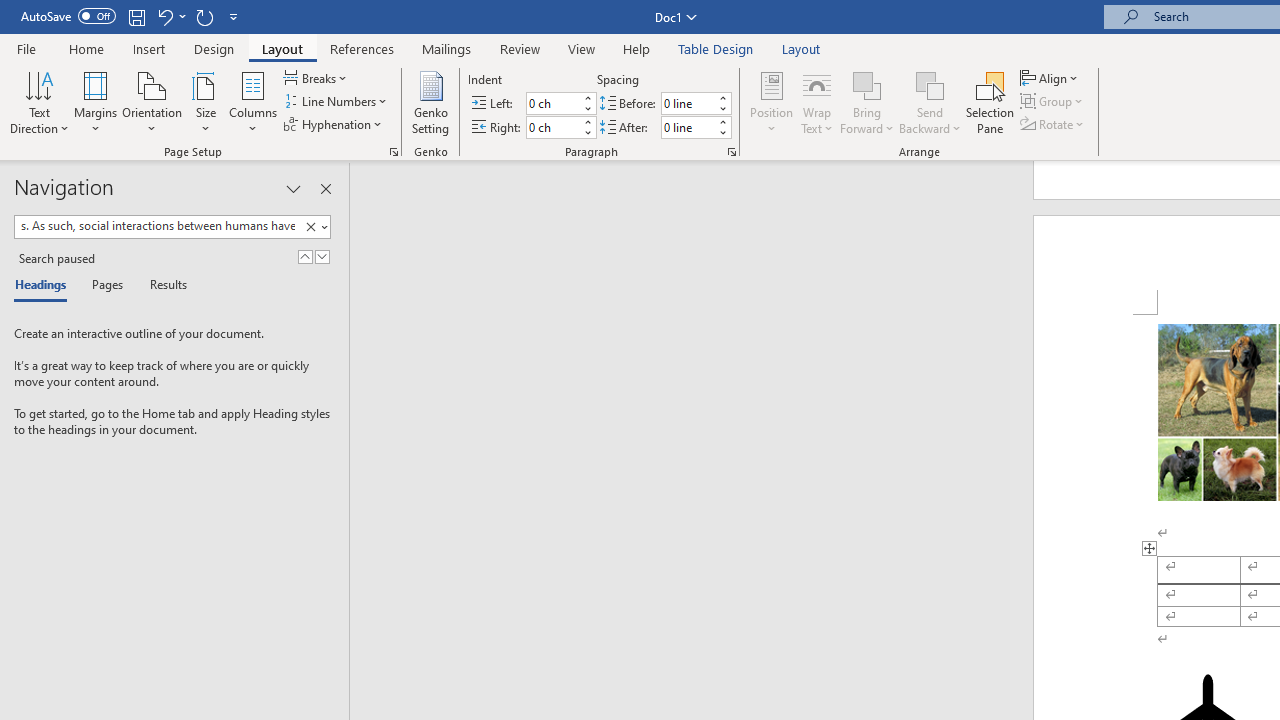 The height and width of the screenshot is (720, 1280). Describe the element at coordinates (164, 16) in the screenshot. I see `'Undo Style'` at that location.